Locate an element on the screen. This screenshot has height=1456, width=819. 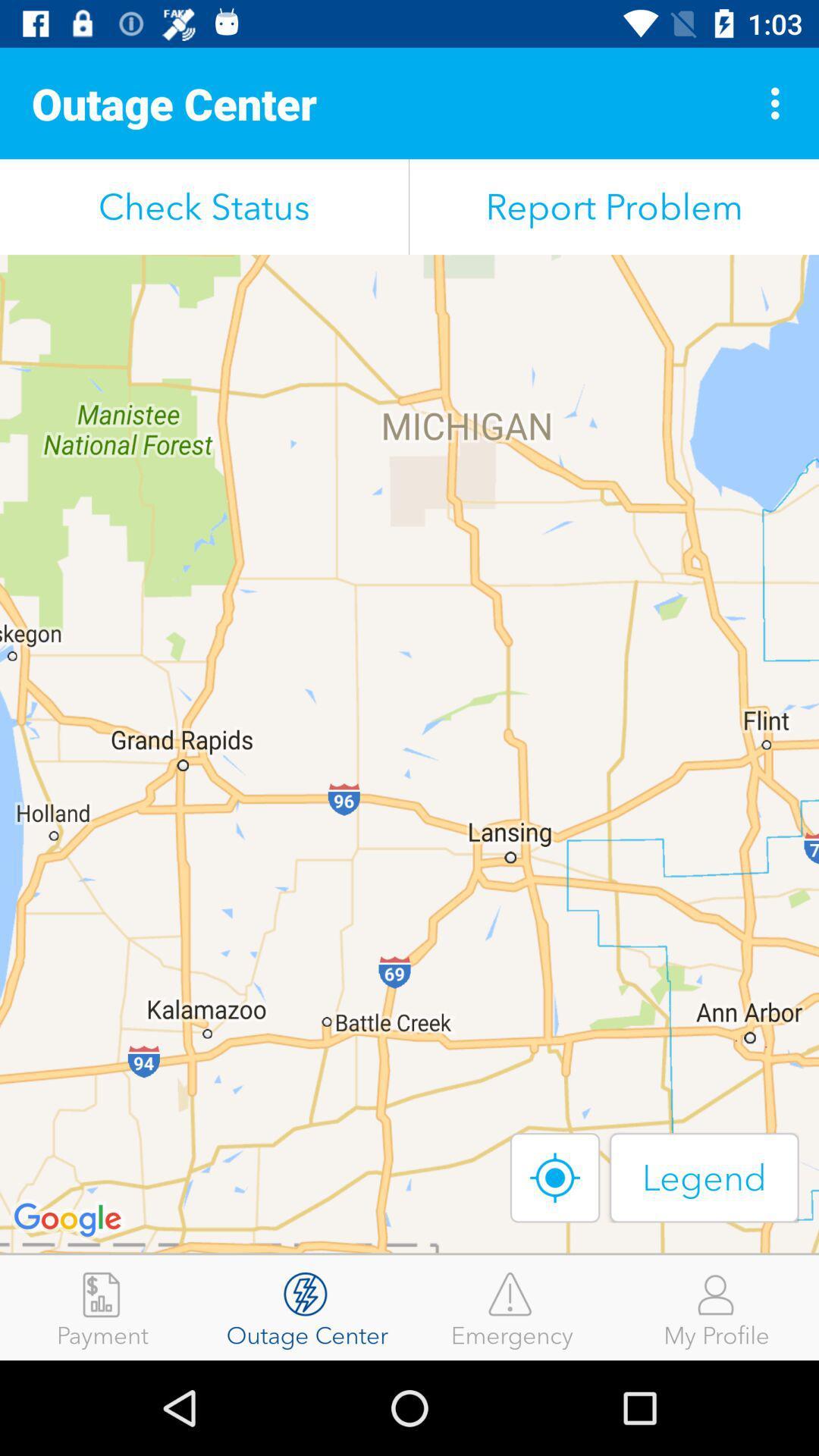
legend item is located at coordinates (704, 1177).